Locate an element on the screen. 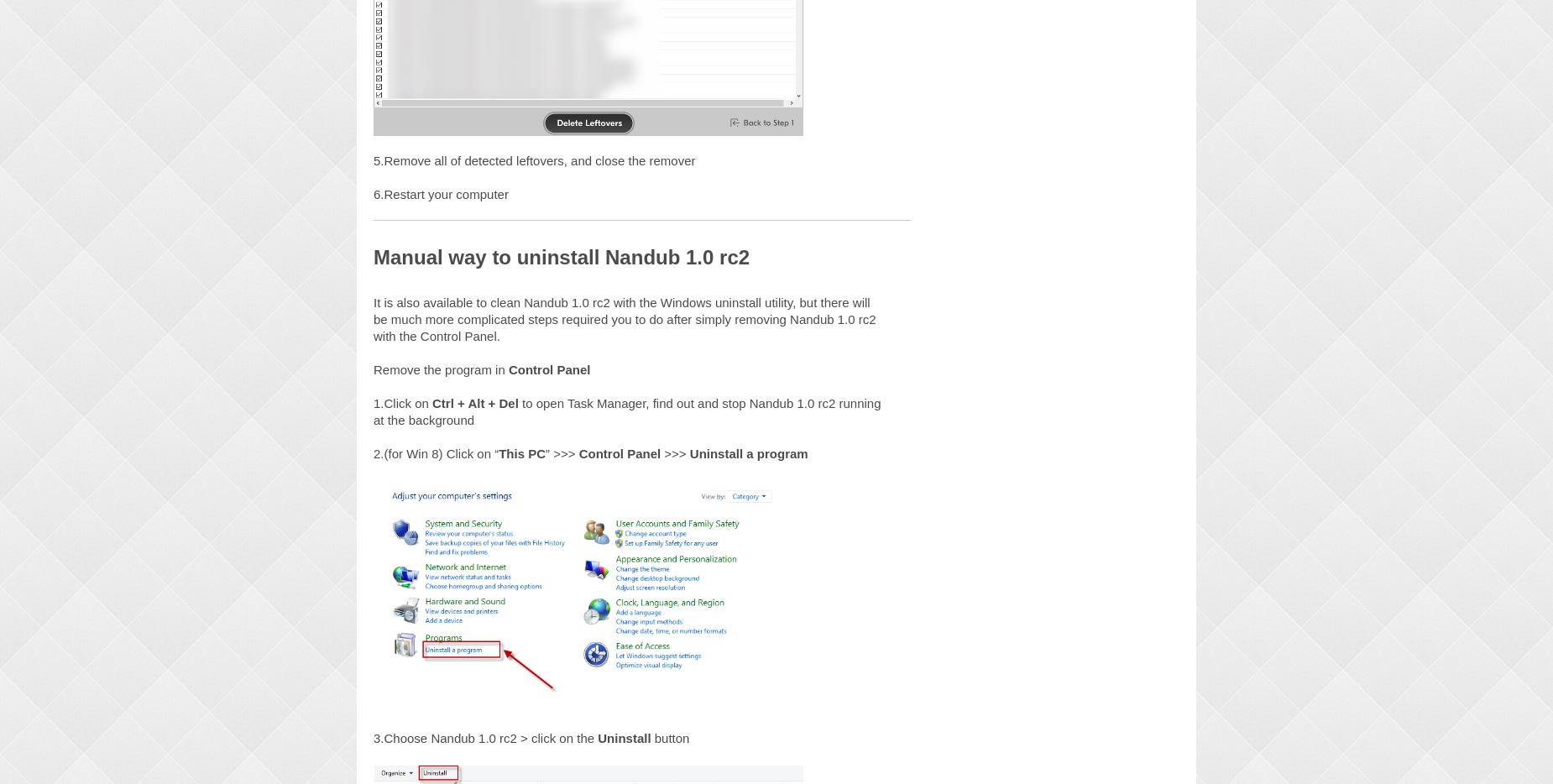 The image size is (1553, 784). 'Uninstall' is located at coordinates (624, 736).